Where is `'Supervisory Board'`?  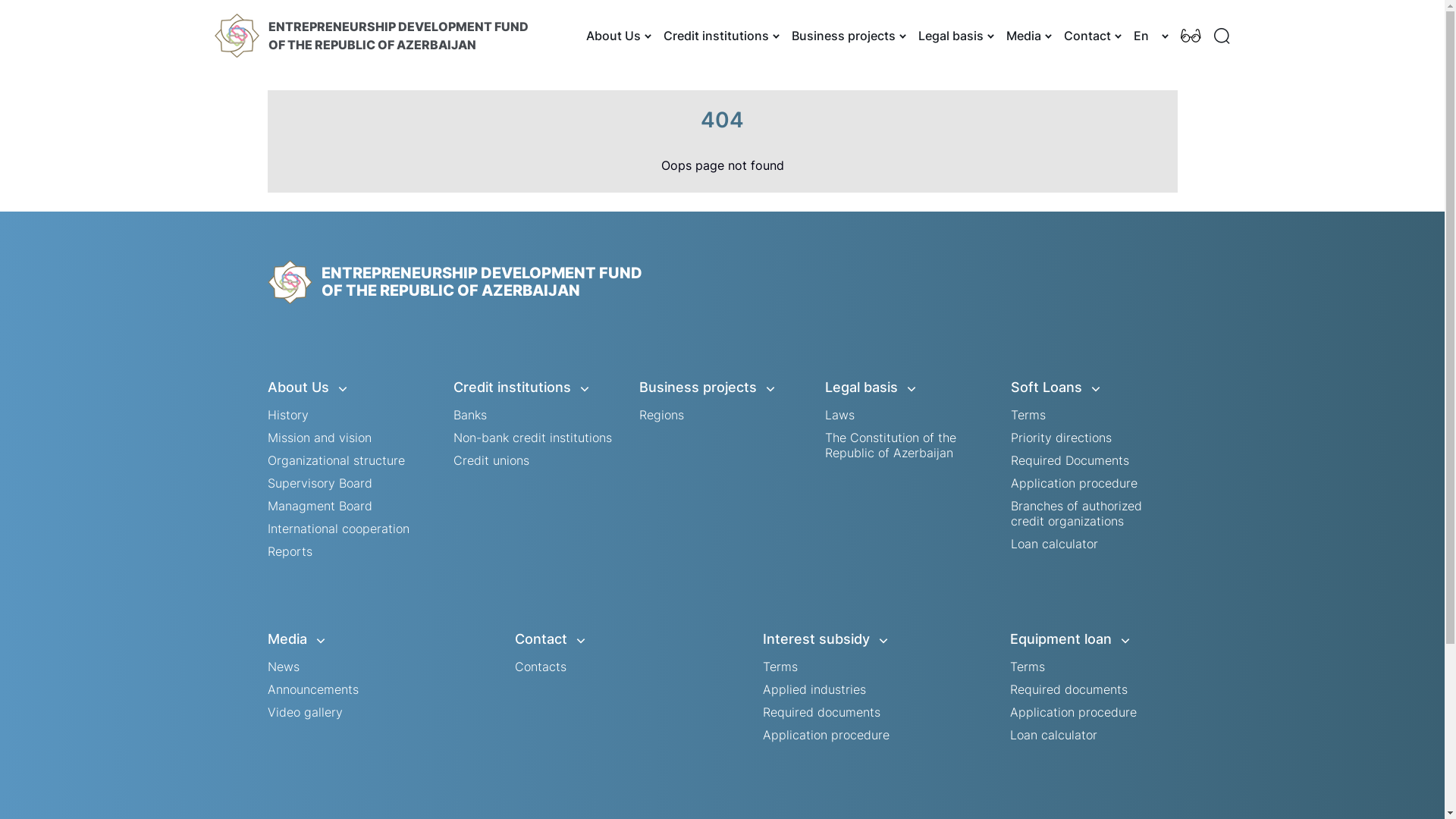
'Supervisory Board' is located at coordinates (318, 482).